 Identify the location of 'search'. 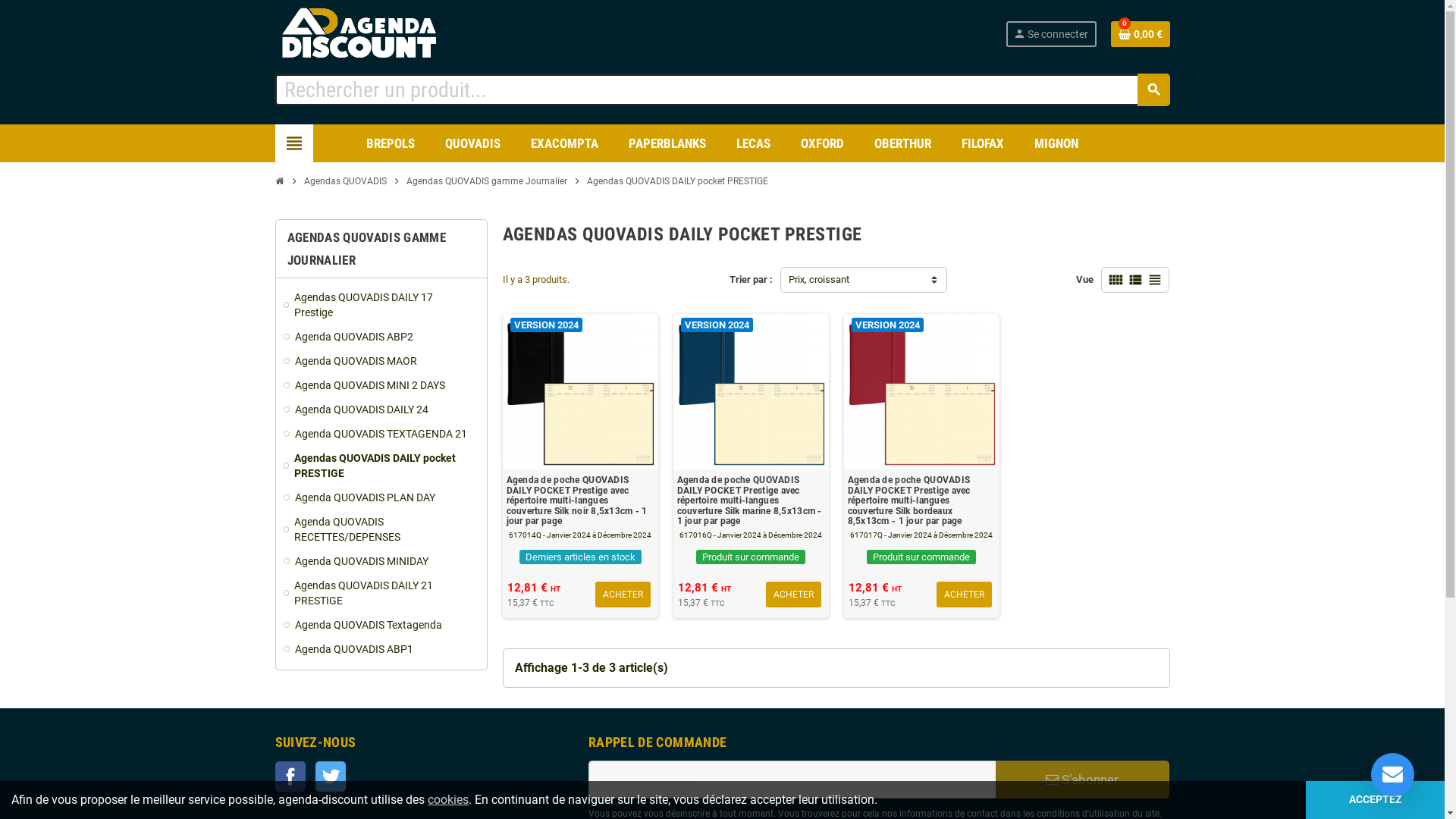
(1153, 89).